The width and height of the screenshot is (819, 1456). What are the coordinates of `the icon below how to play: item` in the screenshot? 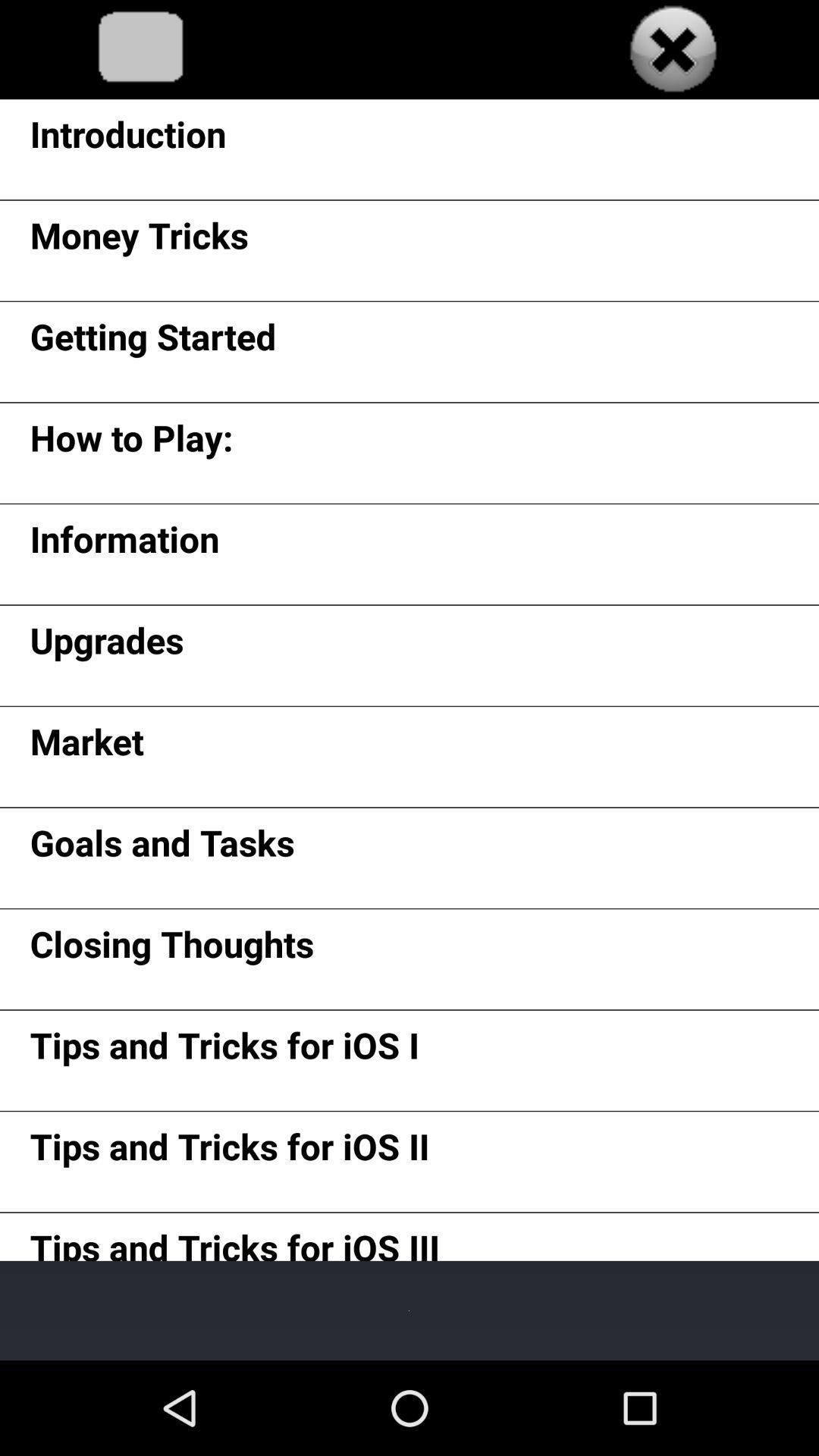 It's located at (124, 544).